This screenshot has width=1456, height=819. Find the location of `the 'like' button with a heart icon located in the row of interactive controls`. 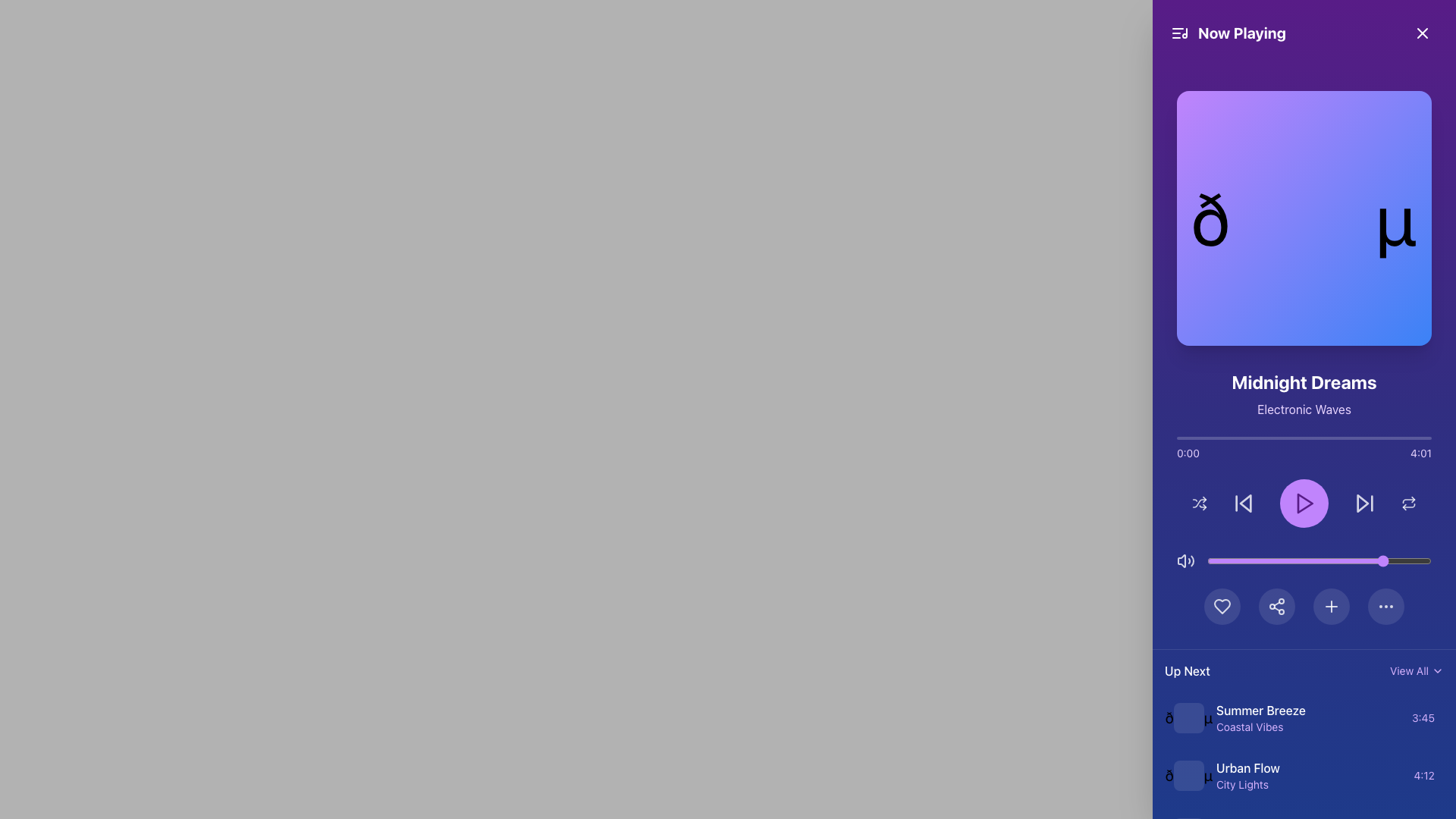

the 'like' button with a heart icon located in the row of interactive controls is located at coordinates (1222, 605).